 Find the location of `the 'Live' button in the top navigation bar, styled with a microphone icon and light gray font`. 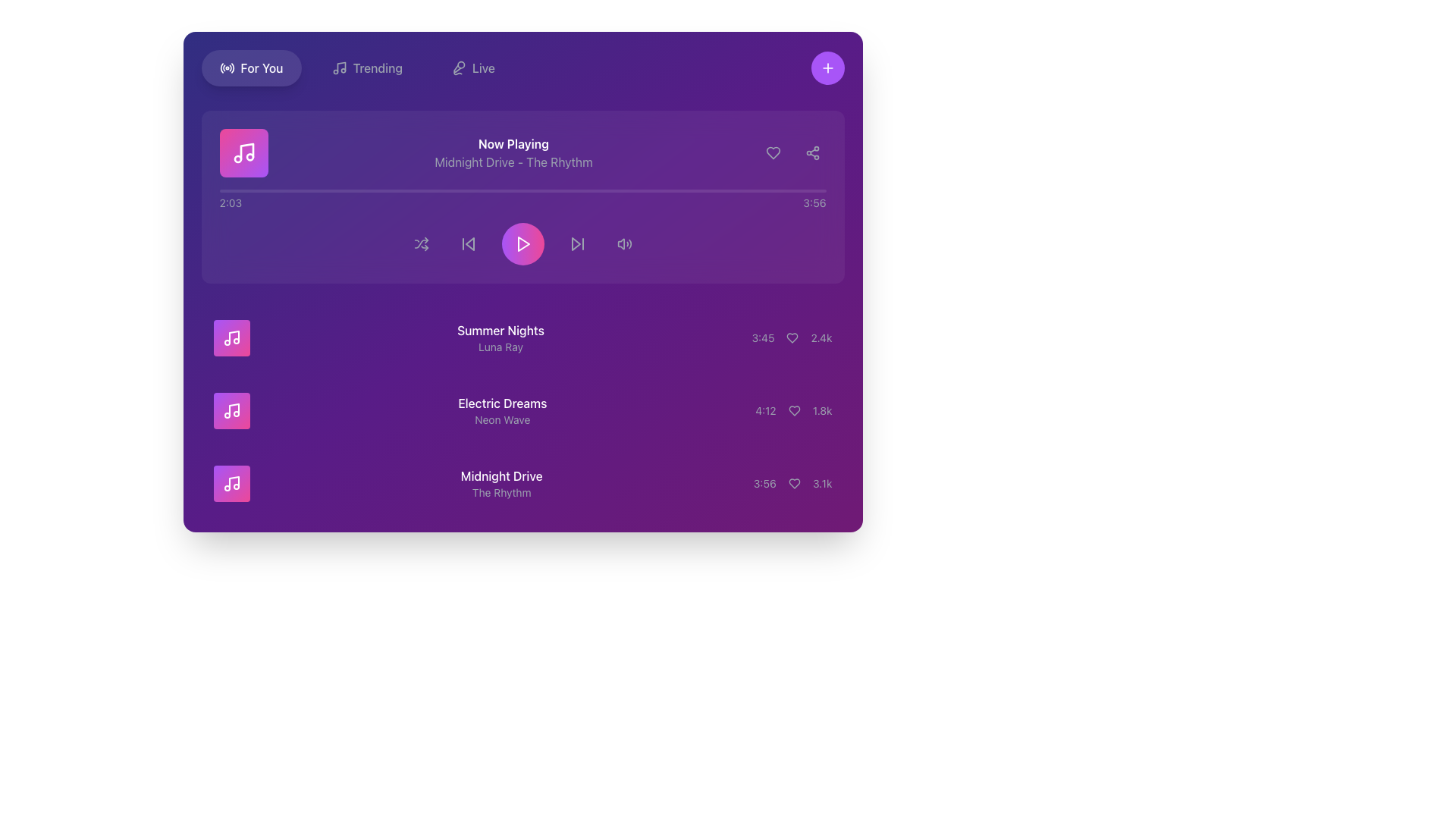

the 'Live' button in the top navigation bar, styled with a microphone icon and light gray font is located at coordinates (472, 67).